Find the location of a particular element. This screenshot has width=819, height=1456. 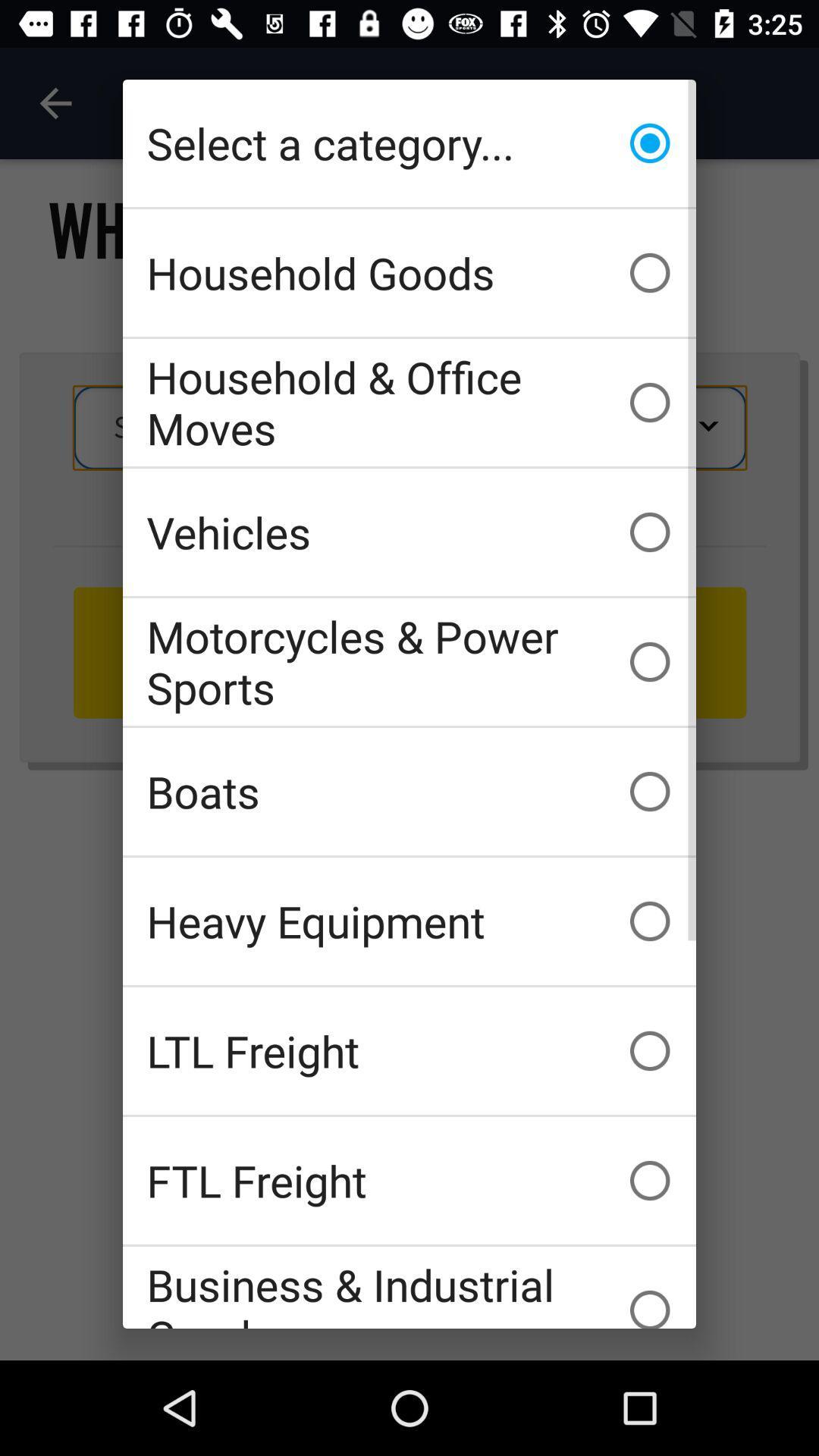

the heavy equipment icon is located at coordinates (409, 920).